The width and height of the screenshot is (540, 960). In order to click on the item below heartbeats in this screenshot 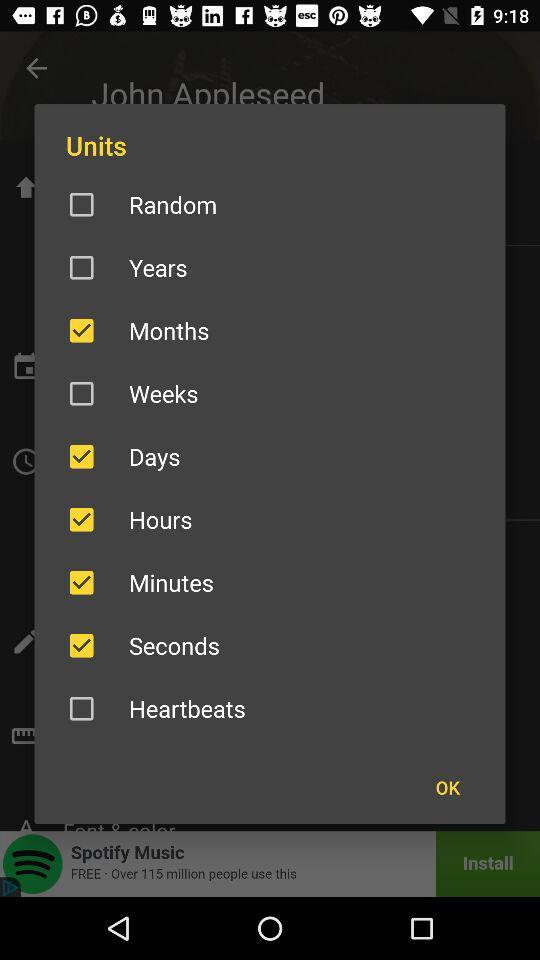, I will do `click(447, 787)`.